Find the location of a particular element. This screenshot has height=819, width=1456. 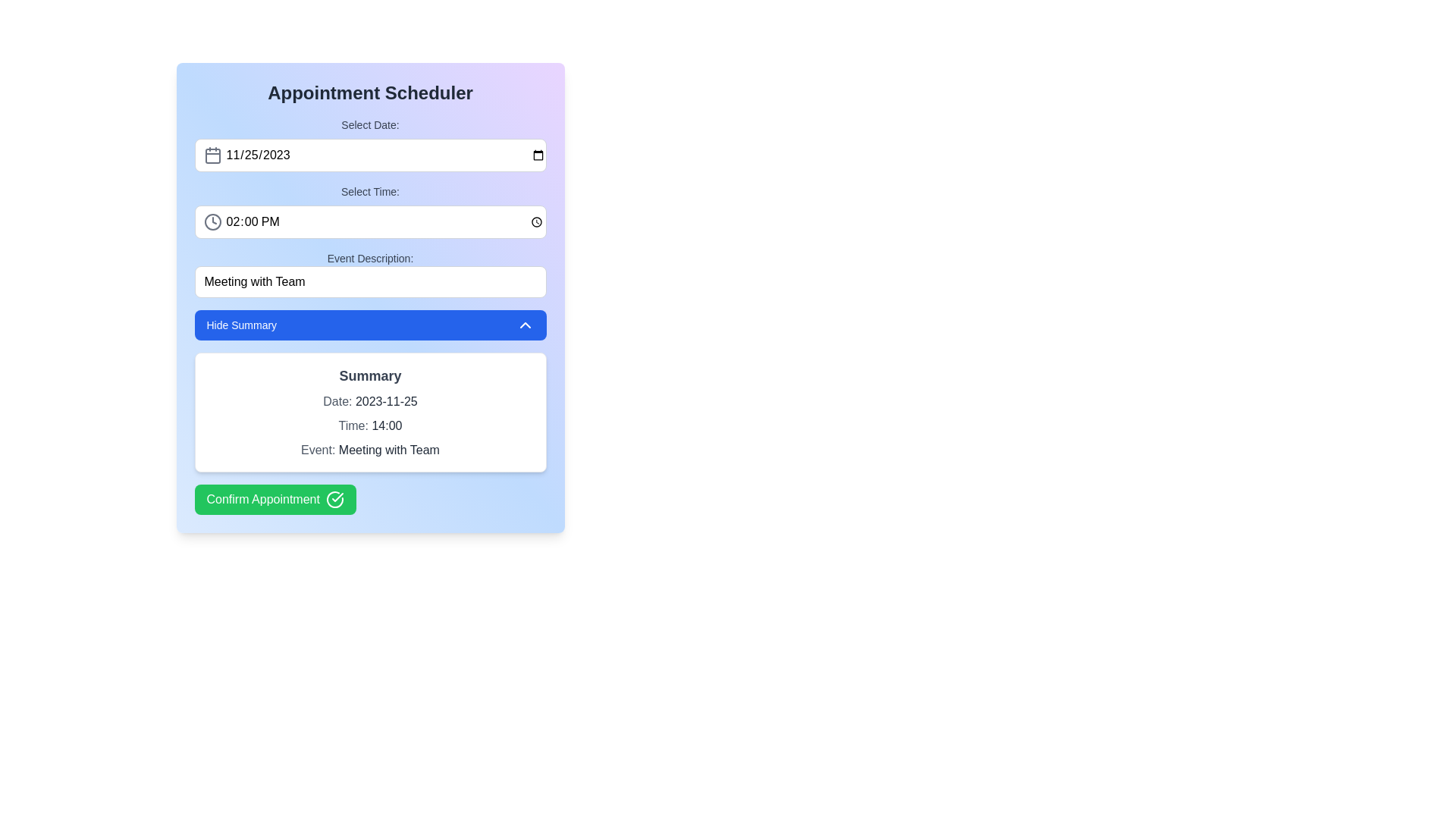

text label displaying 'Event: Meeting with Team' located in the 'Summary' section under 'Time: 14:00' is located at coordinates (370, 450).